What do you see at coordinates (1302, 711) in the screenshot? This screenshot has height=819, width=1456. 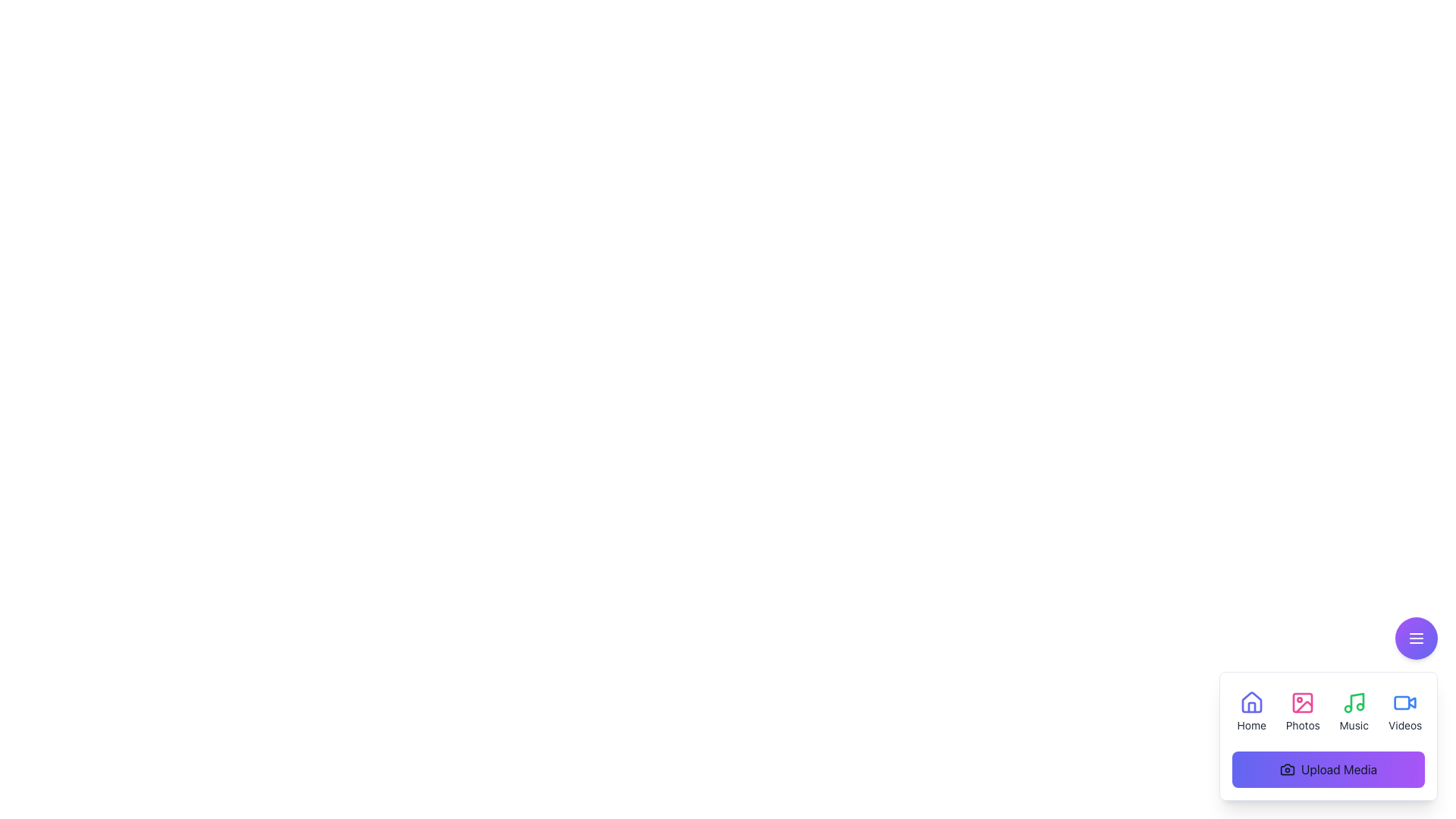 I see `the photo management button located in the second column of the four-column grid layout at the bottom-right corner of the interface to change its background color` at bounding box center [1302, 711].